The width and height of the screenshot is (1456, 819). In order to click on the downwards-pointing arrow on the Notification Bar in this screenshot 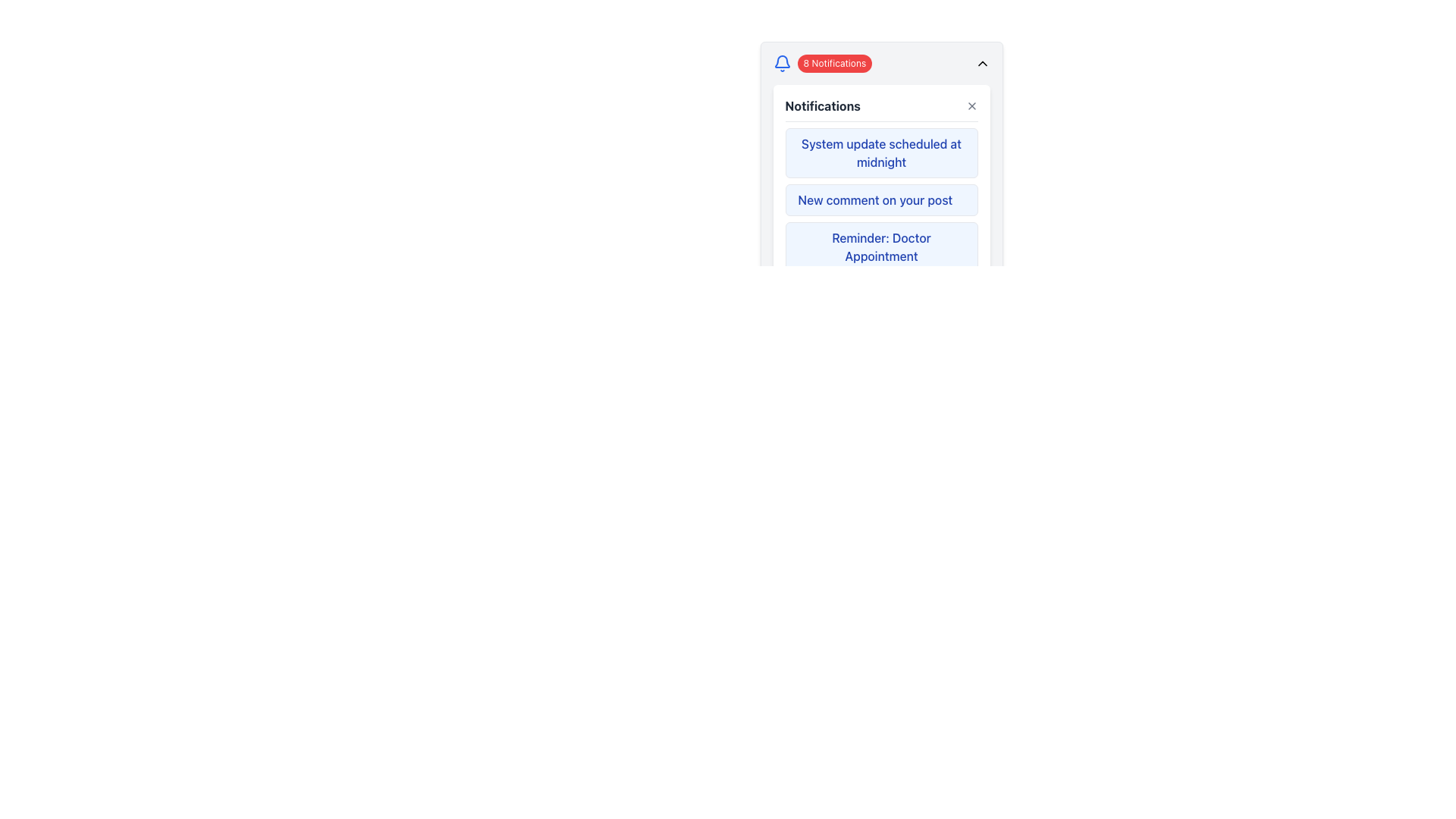, I will do `click(881, 63)`.